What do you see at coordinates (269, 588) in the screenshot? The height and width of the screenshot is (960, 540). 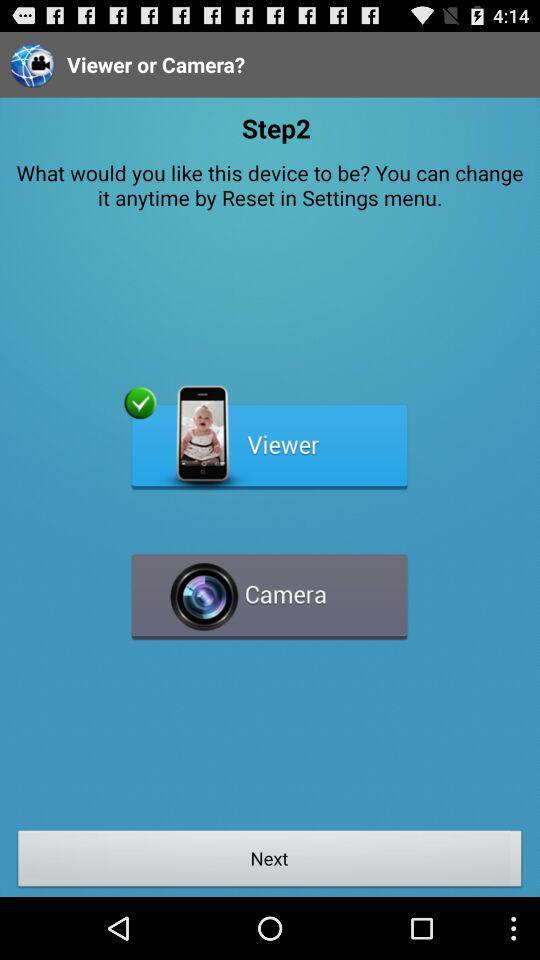 I see `open camera` at bounding box center [269, 588].